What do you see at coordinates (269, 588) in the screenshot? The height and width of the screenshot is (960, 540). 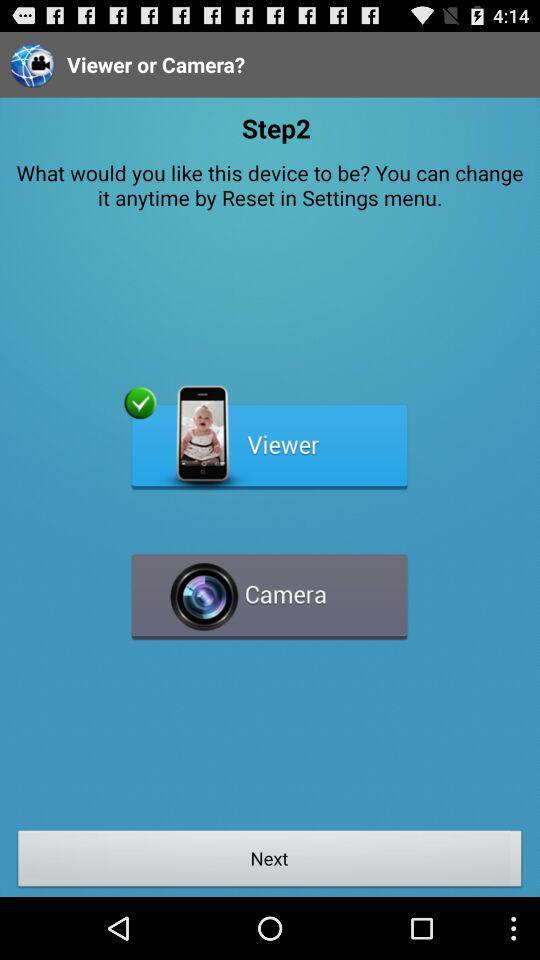 I see `open camera` at bounding box center [269, 588].